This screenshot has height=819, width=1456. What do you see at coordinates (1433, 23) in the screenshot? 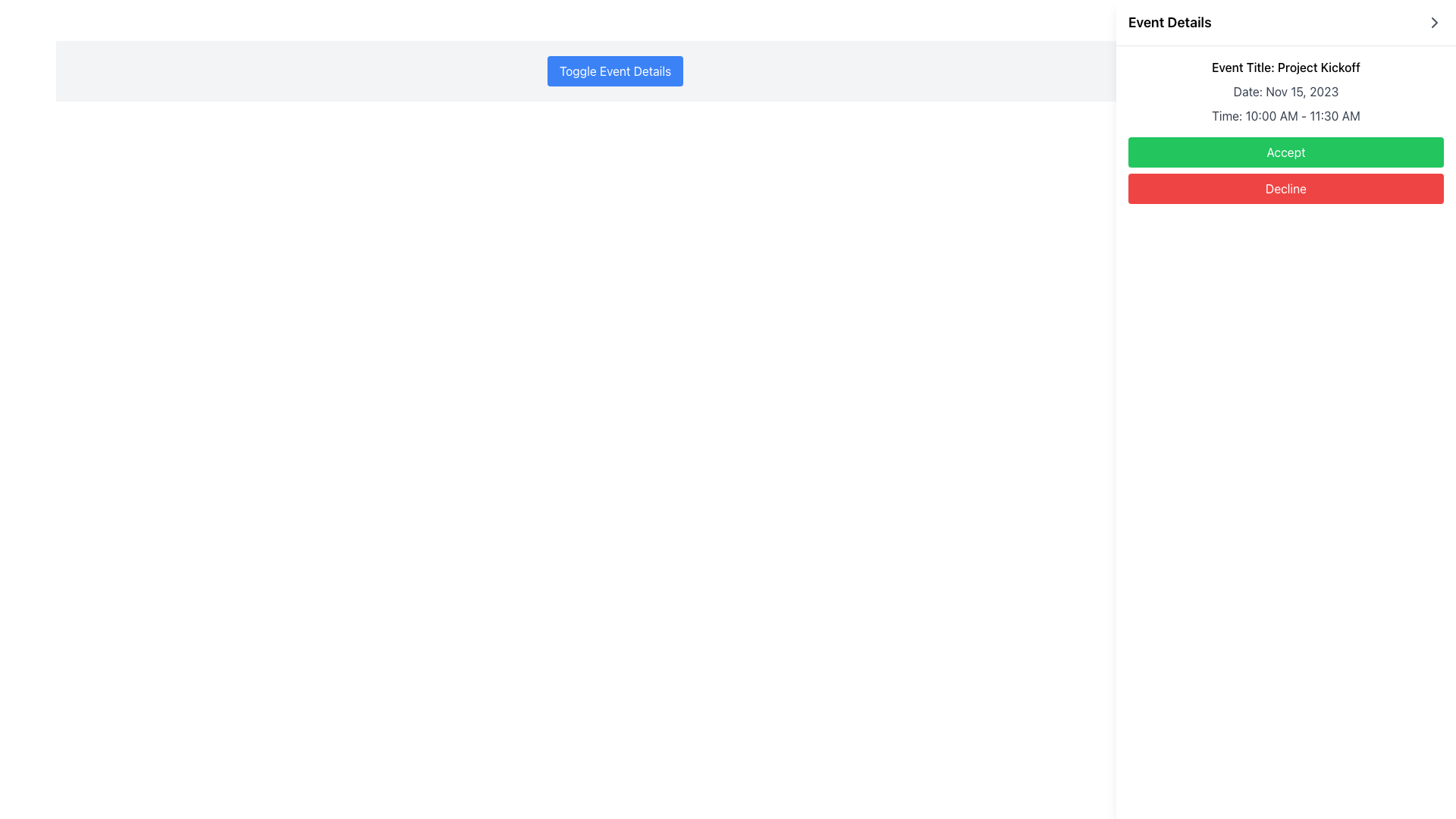
I see `the Chevron Symbol icon located in the top-right corner of the interface, adjacent to the 'Event Details' label` at bounding box center [1433, 23].